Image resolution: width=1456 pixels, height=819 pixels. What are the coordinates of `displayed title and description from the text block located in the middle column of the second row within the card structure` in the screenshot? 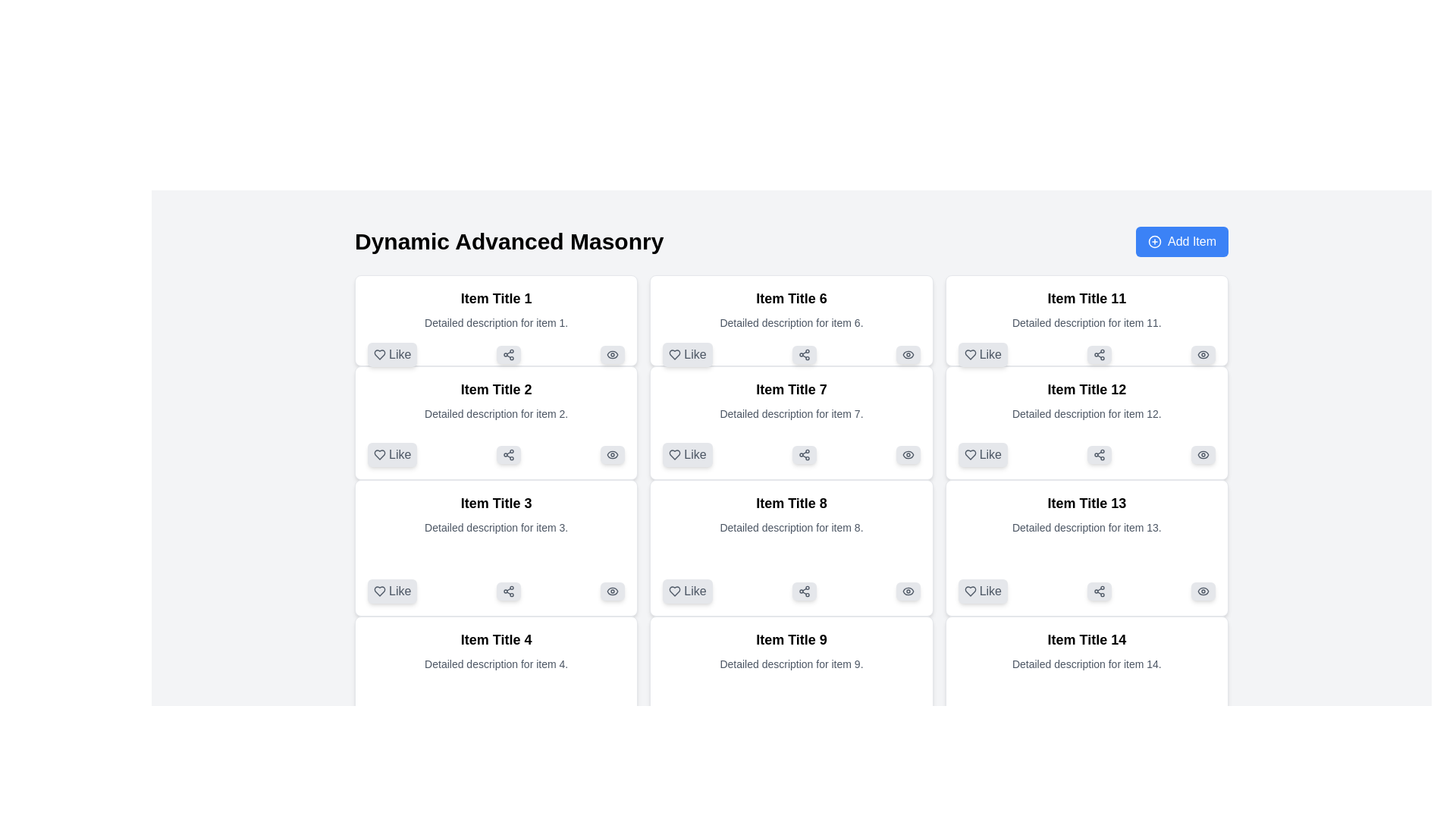 It's located at (790, 403).